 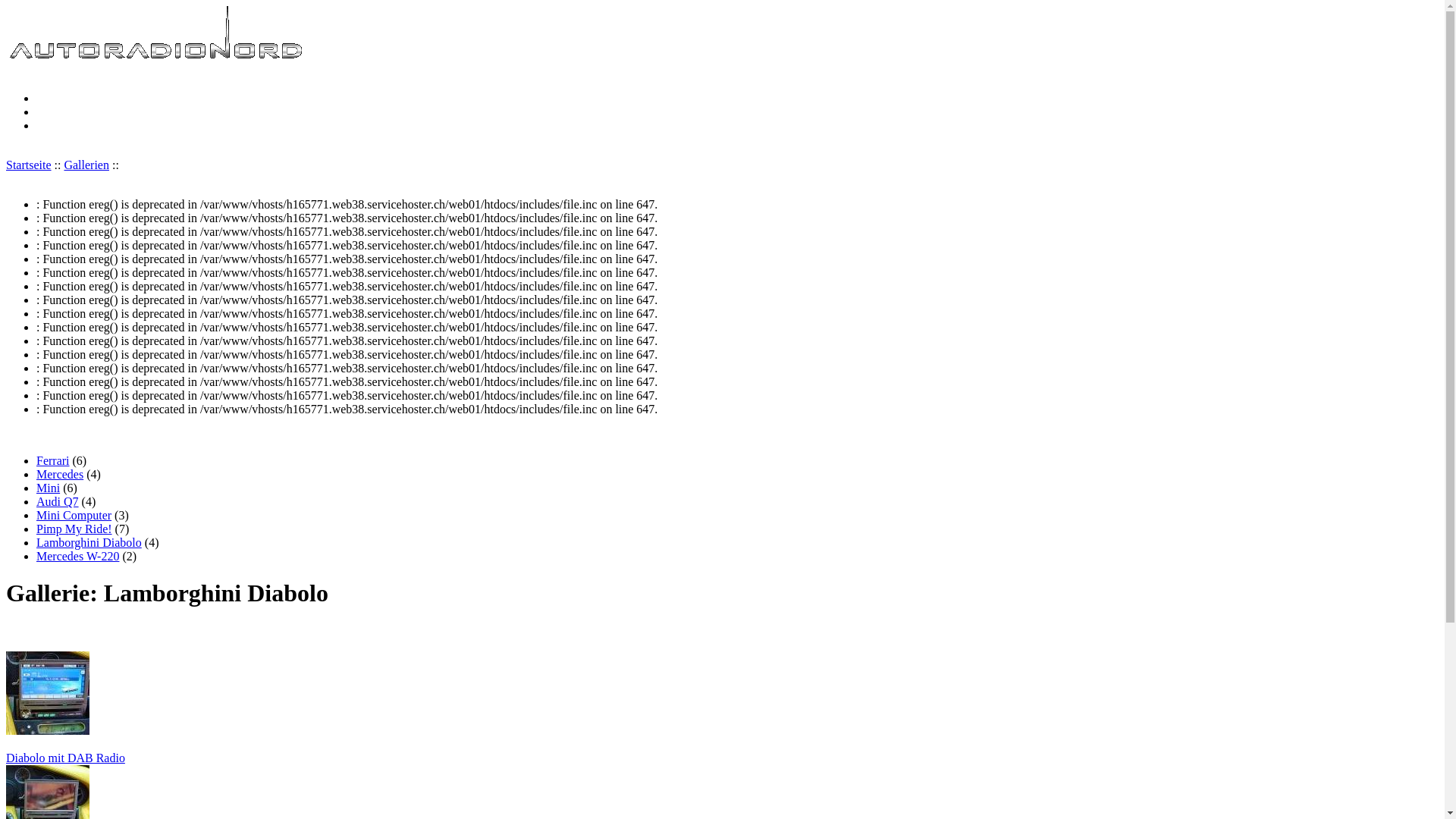 I want to click on 'Mercedes', so click(x=59, y=473).